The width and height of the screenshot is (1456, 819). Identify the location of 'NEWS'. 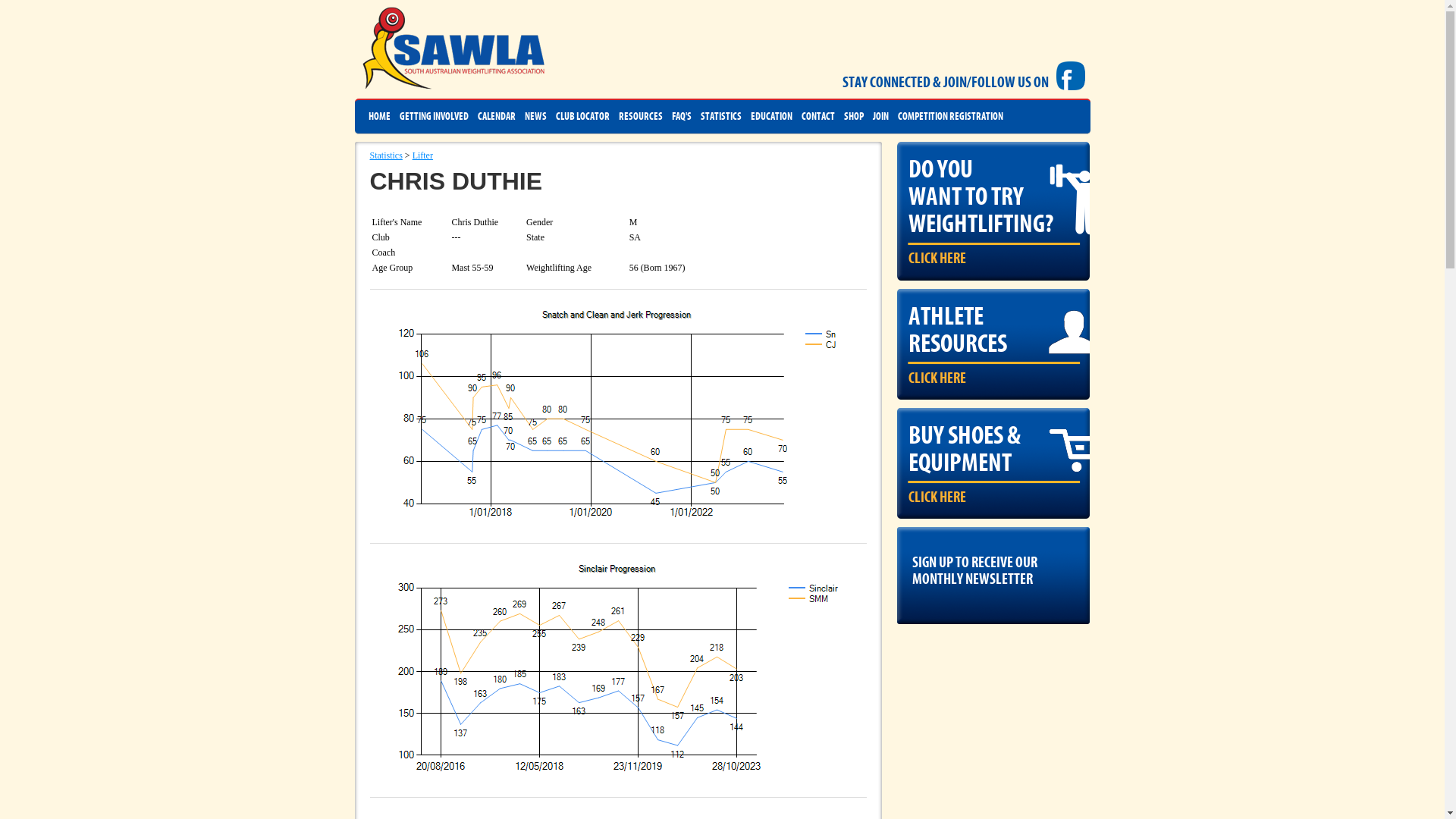
(524, 116).